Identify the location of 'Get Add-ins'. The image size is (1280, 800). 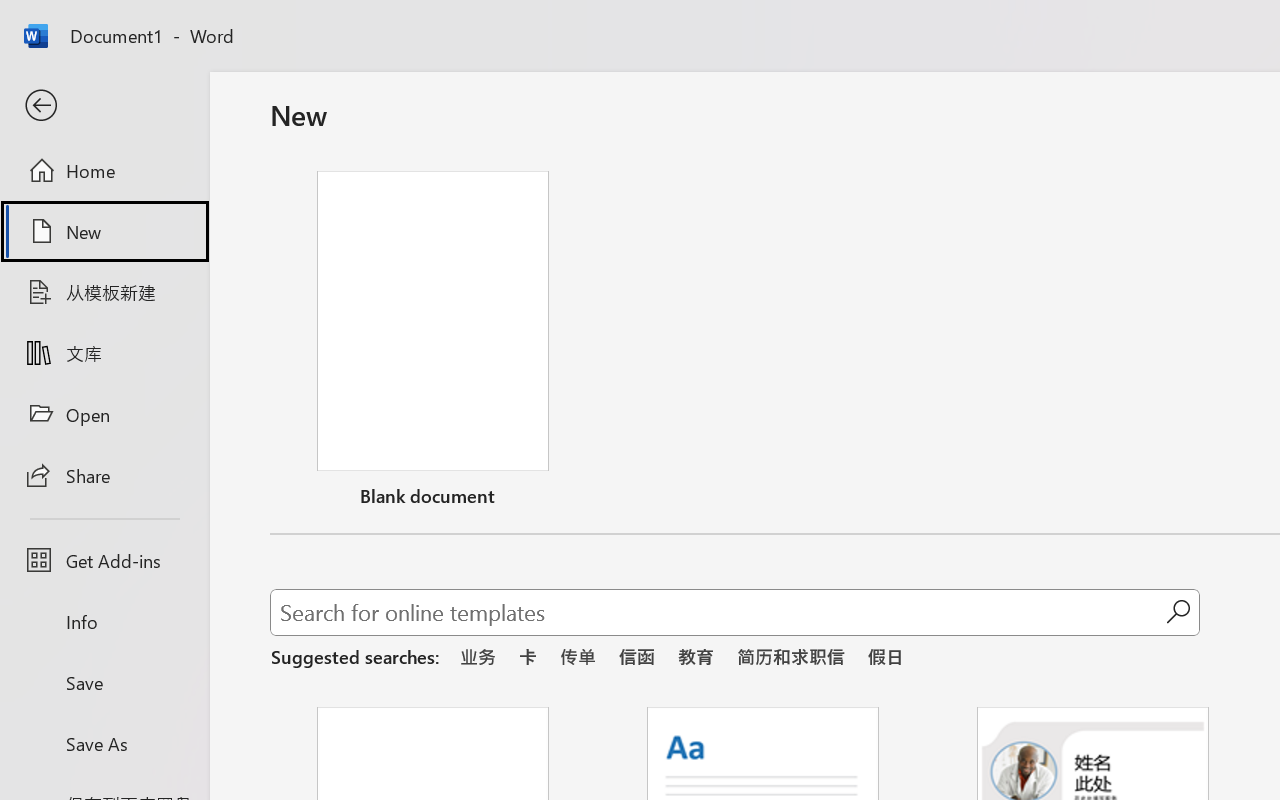
(103, 560).